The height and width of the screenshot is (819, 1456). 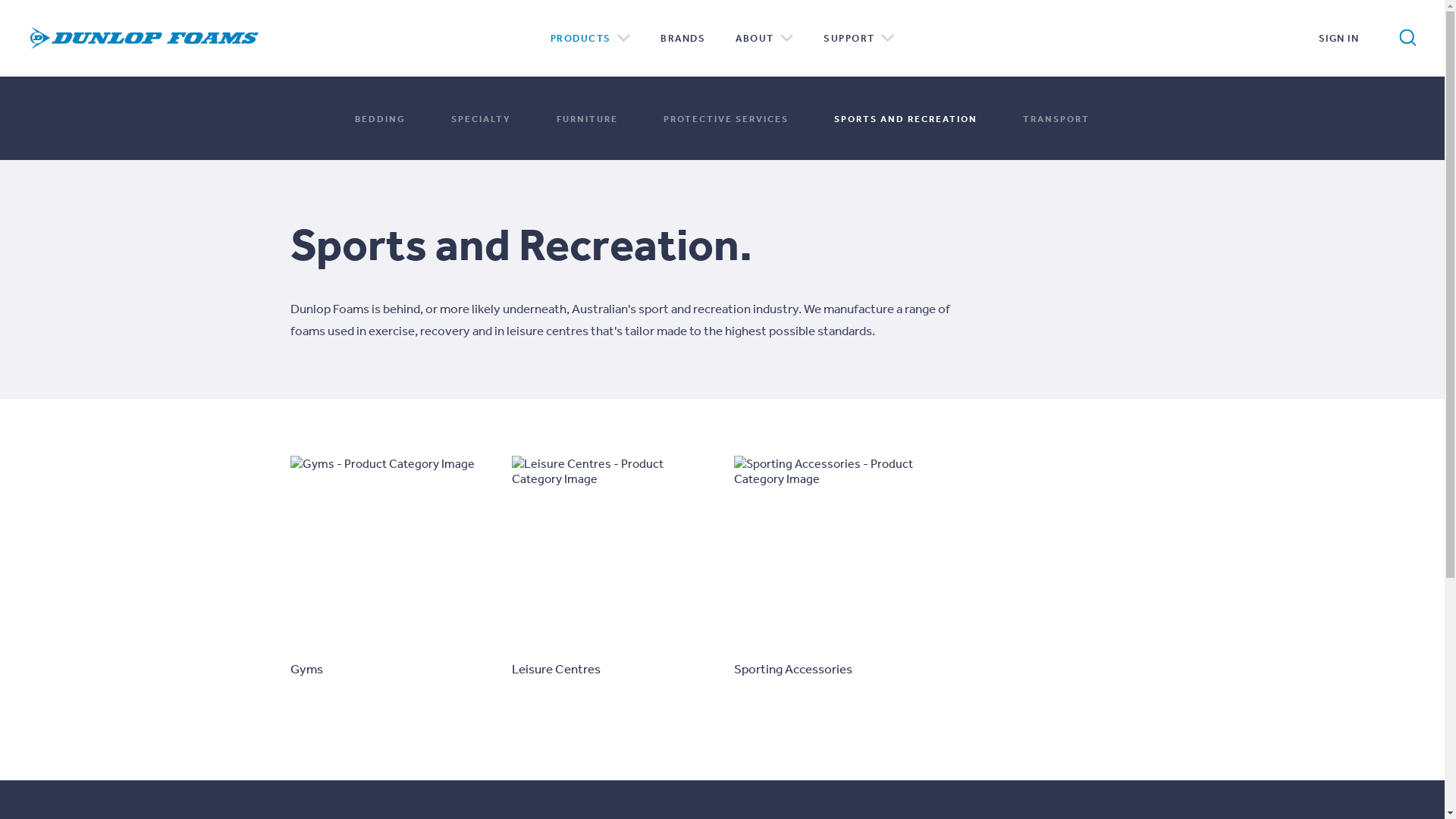 What do you see at coordinates (735, 37) in the screenshot?
I see `'ABOUT'` at bounding box center [735, 37].